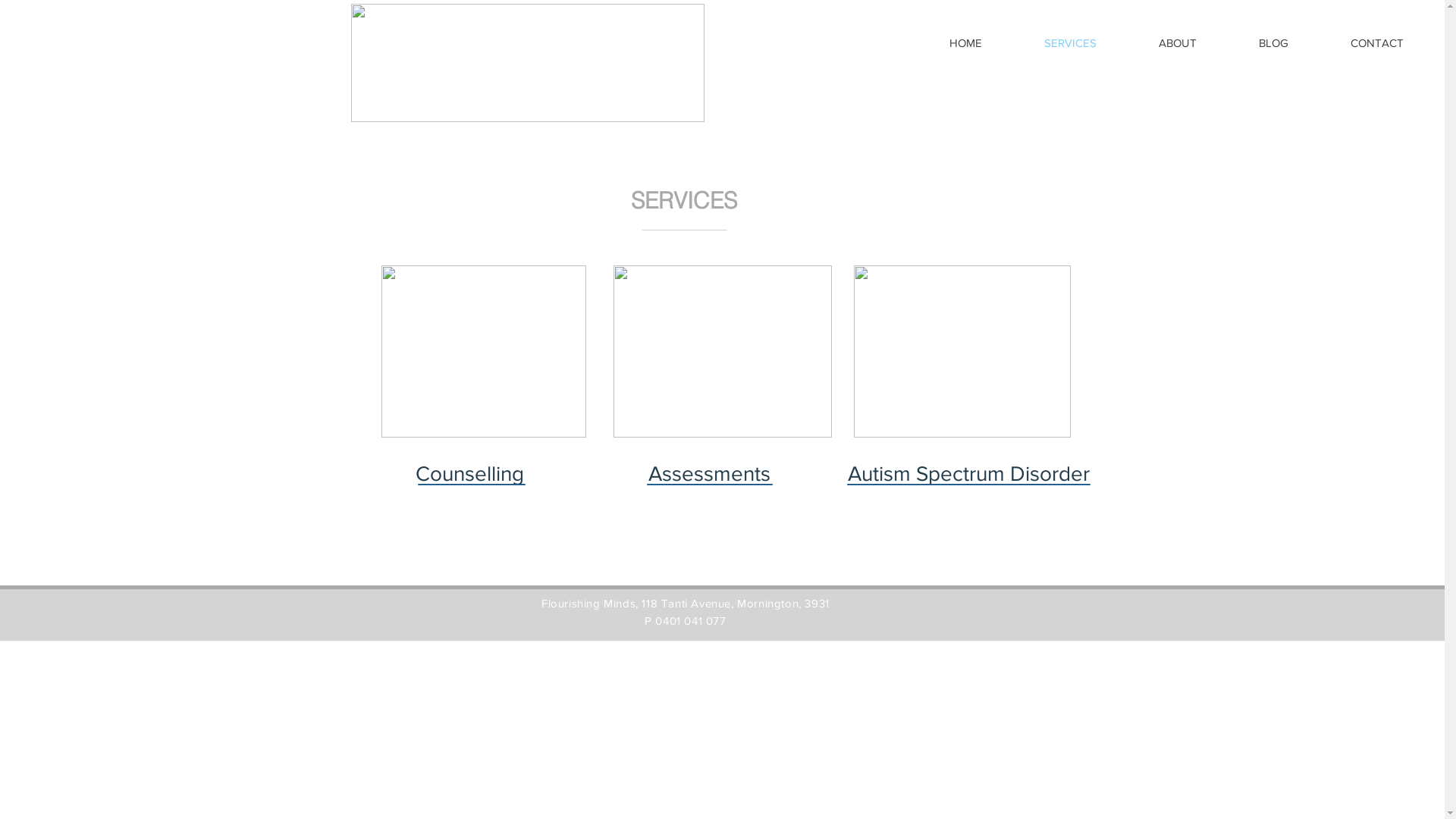  I want to click on 'ABOUT', so click(1177, 42).